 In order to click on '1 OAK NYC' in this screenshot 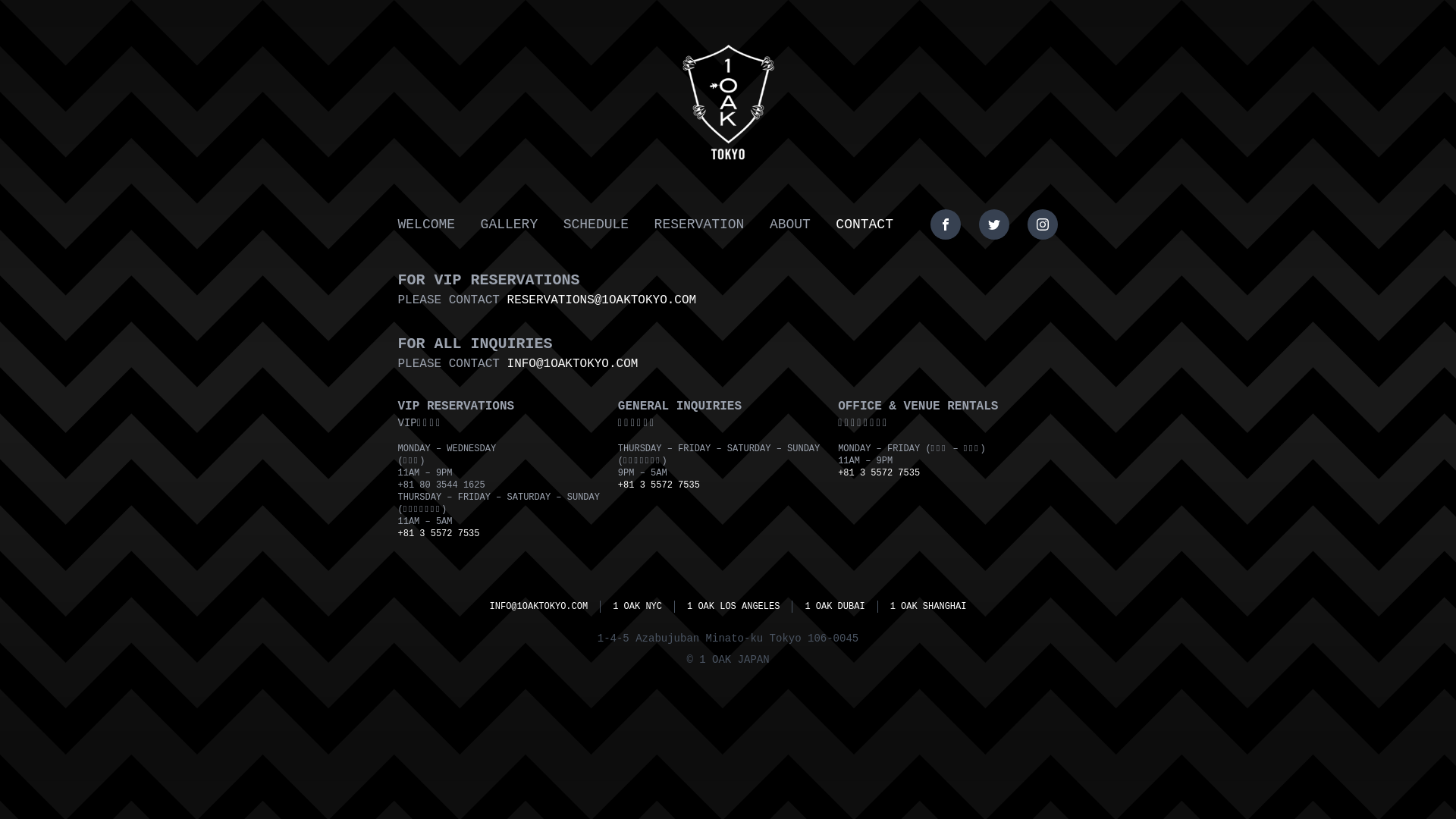, I will do `click(637, 605)`.